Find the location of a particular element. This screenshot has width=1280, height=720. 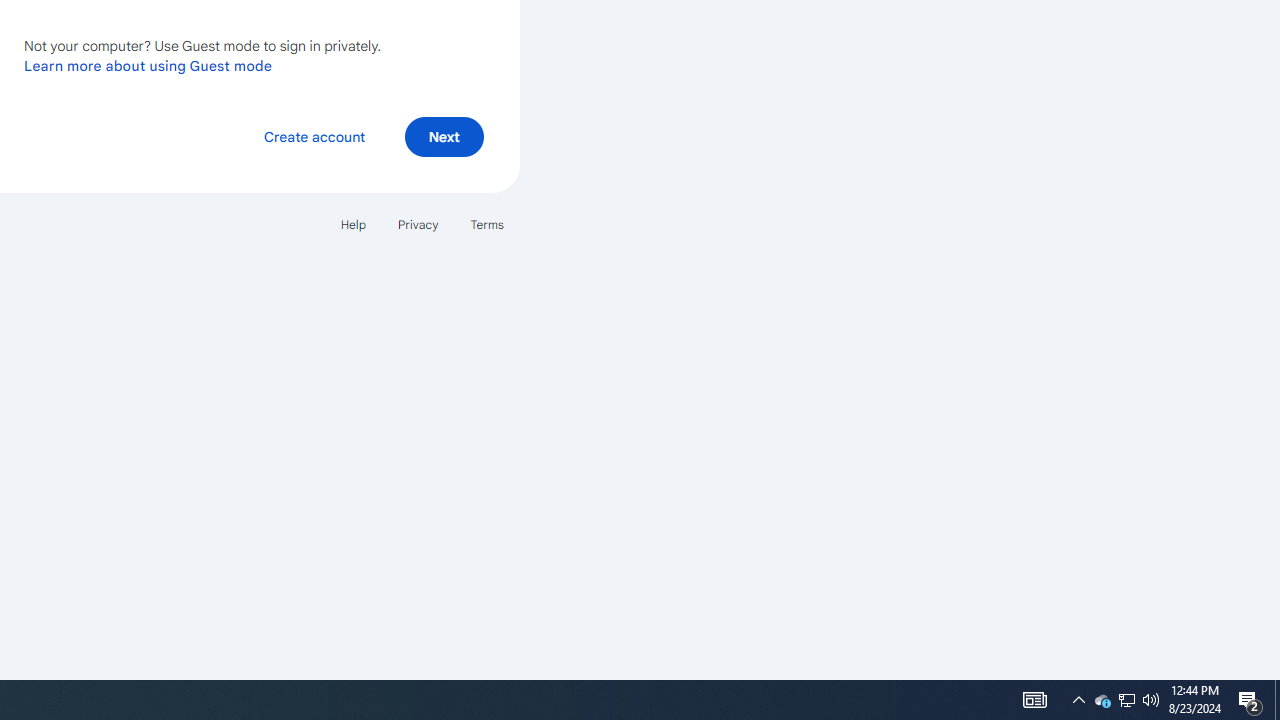

'Terms' is located at coordinates (487, 224).